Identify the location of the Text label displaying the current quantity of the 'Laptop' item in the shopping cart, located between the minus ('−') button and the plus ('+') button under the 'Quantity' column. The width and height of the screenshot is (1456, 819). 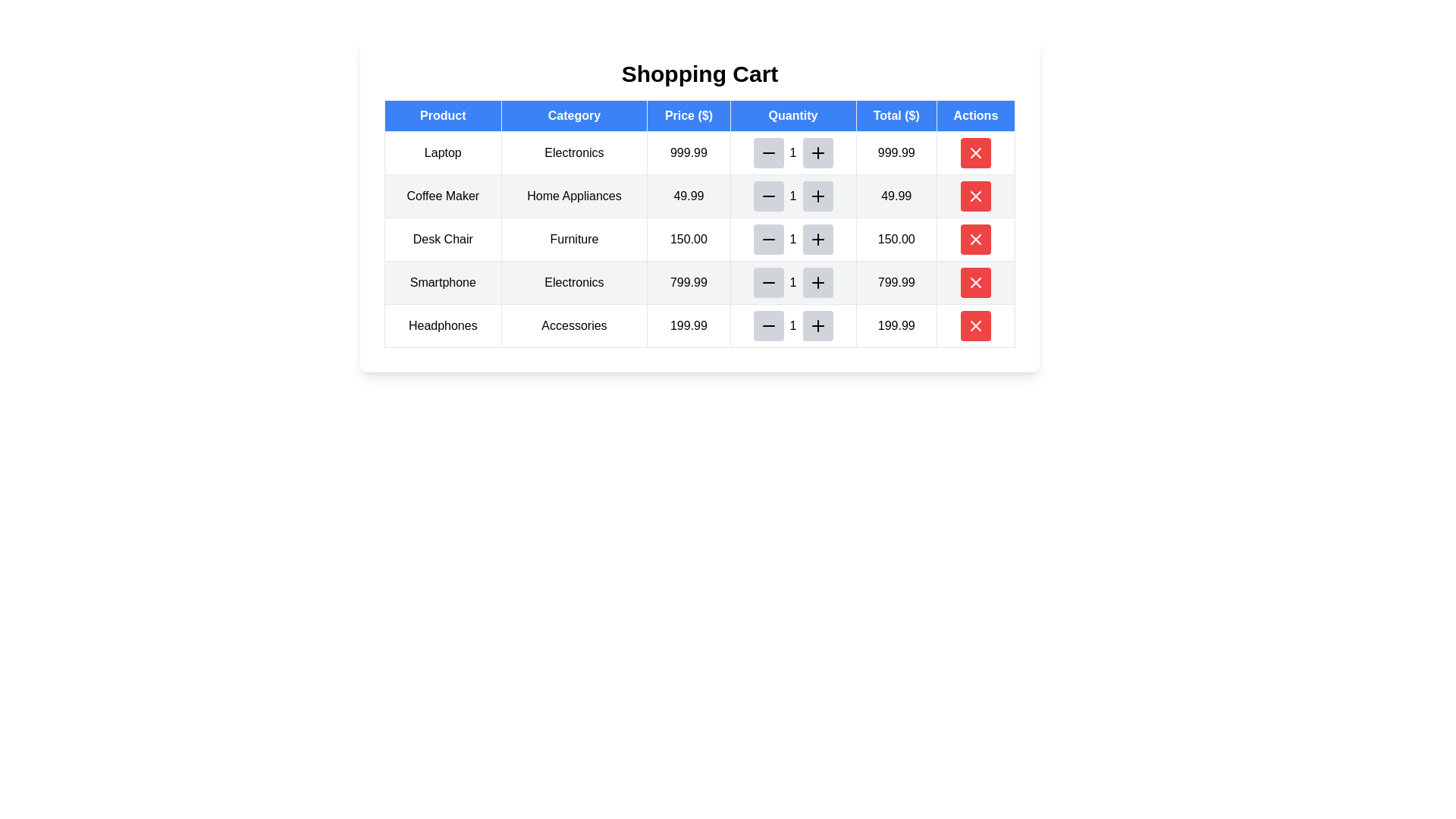
(792, 152).